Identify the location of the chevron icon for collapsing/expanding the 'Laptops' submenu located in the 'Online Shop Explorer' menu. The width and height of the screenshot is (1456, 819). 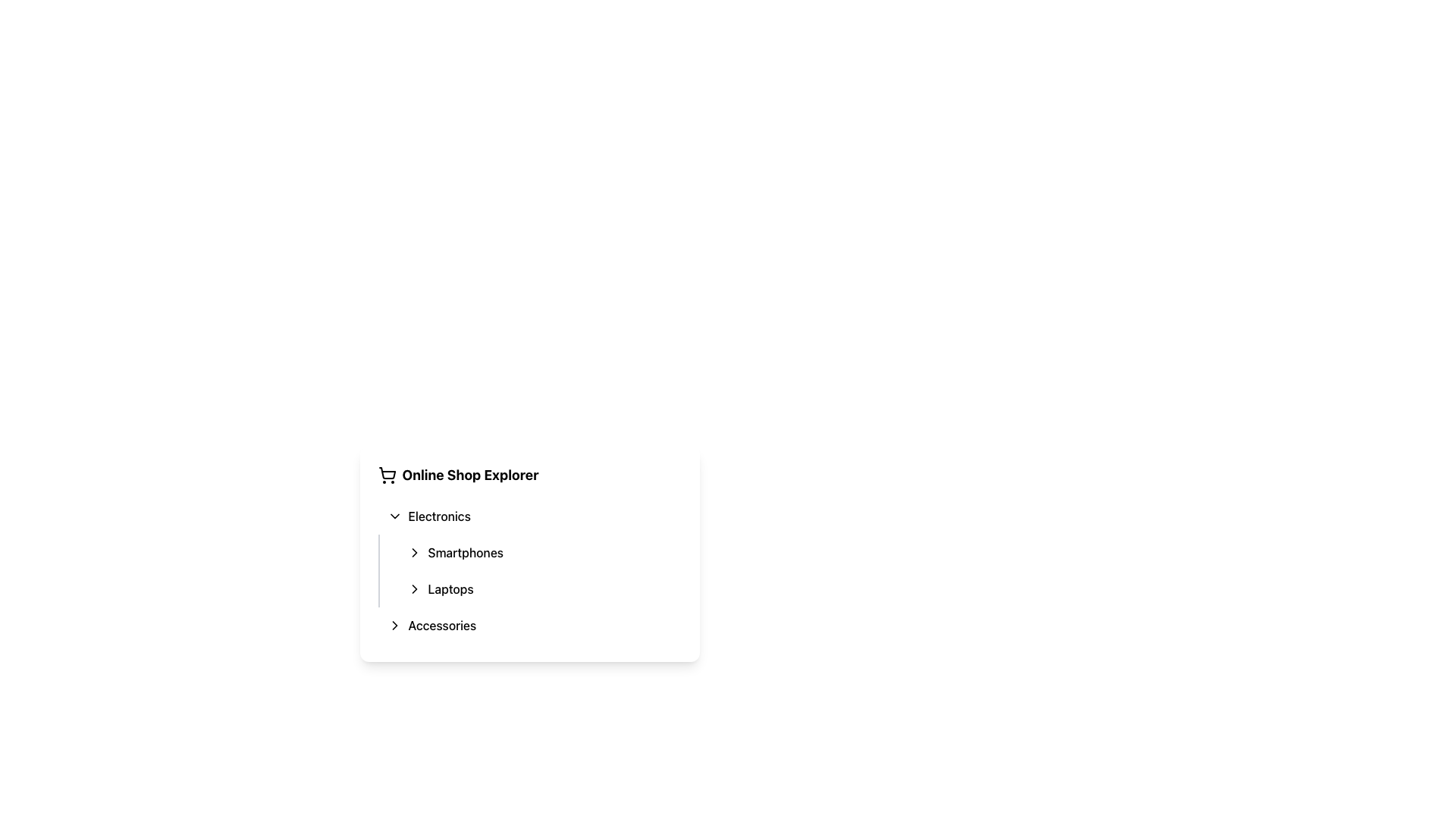
(414, 553).